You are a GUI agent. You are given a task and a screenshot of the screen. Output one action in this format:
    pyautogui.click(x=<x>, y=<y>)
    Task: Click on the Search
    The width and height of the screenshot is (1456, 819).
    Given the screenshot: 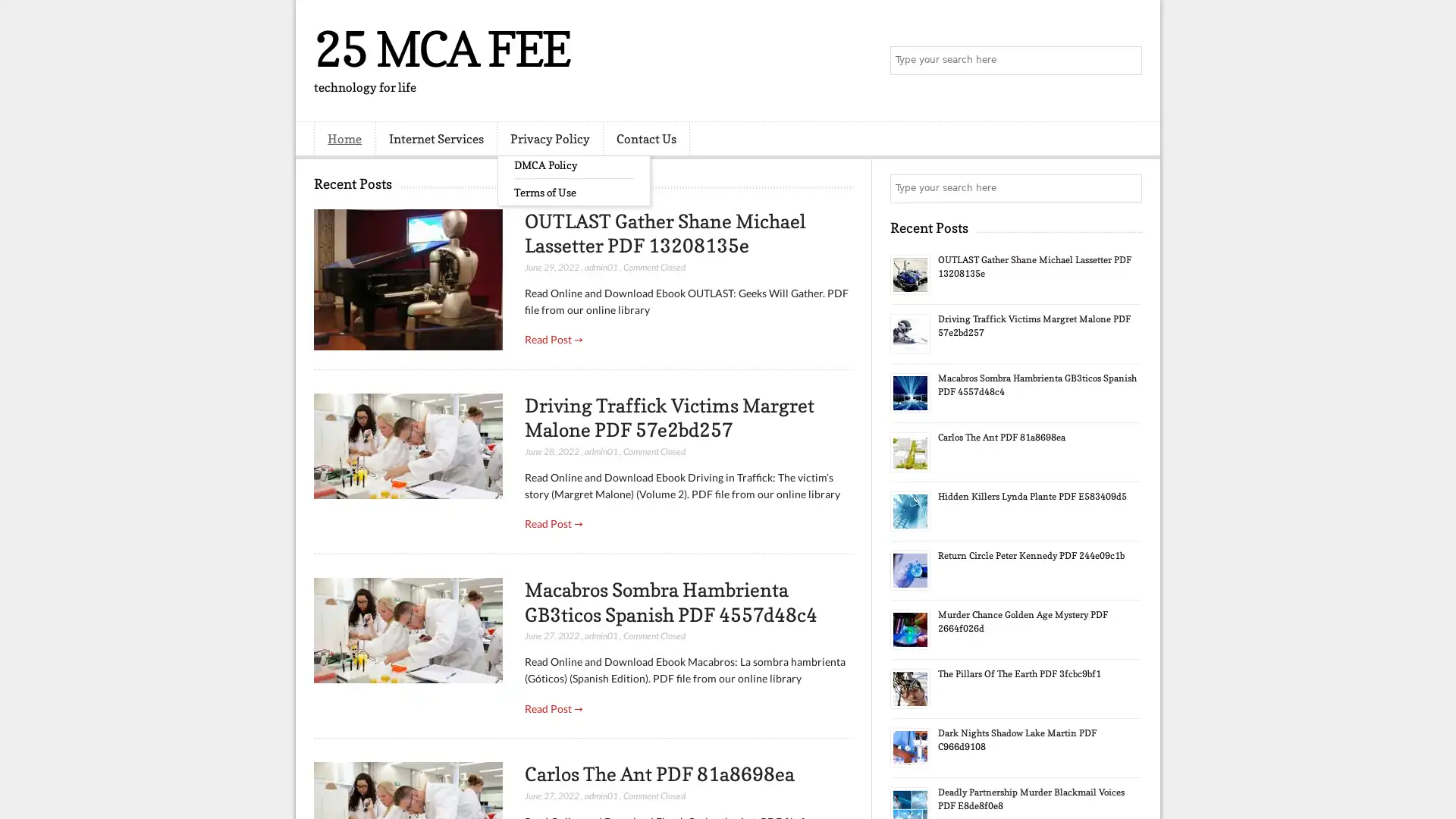 What is the action you would take?
    pyautogui.click(x=1126, y=61)
    